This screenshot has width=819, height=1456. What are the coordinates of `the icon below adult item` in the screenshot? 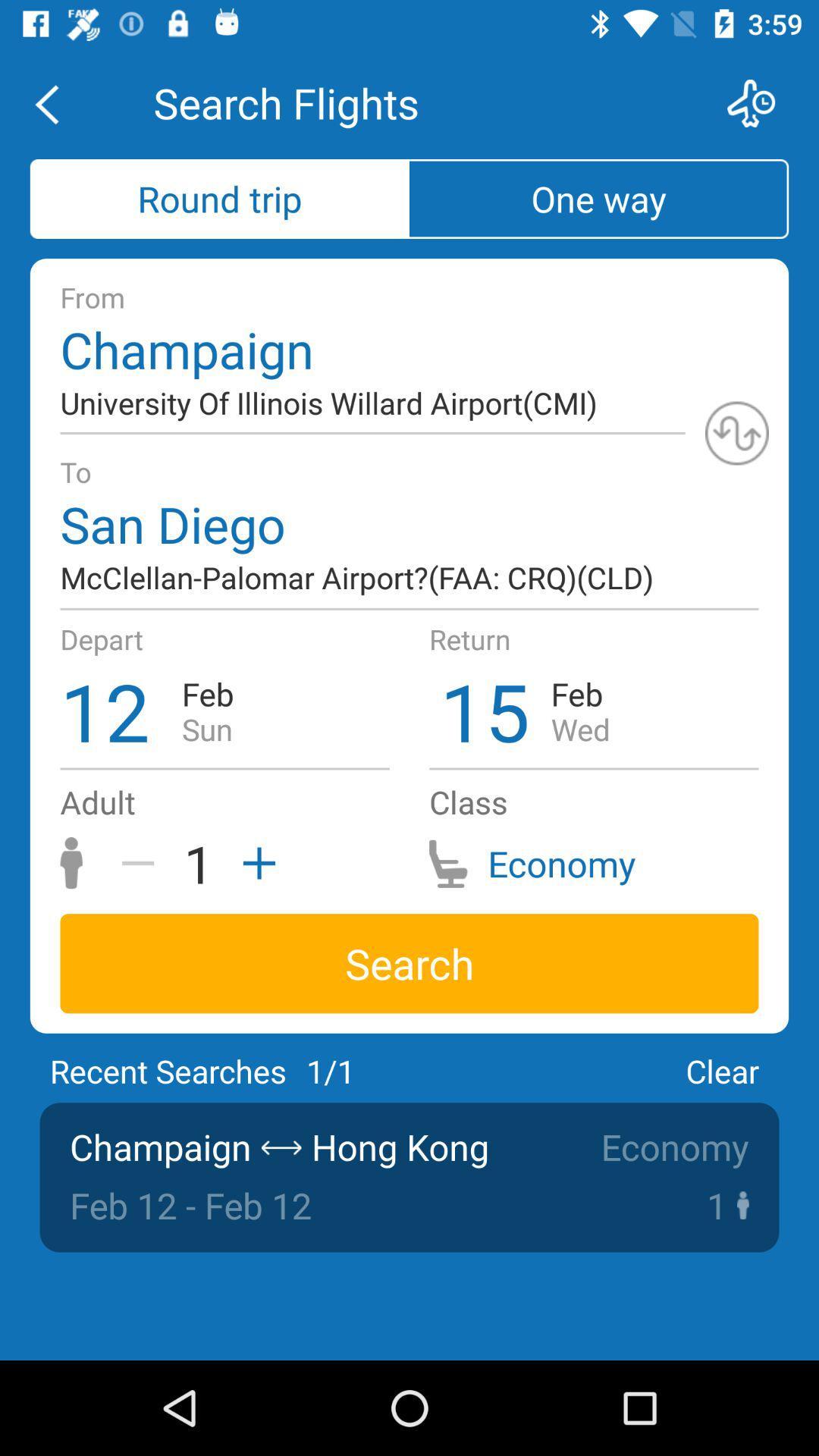 It's located at (143, 863).